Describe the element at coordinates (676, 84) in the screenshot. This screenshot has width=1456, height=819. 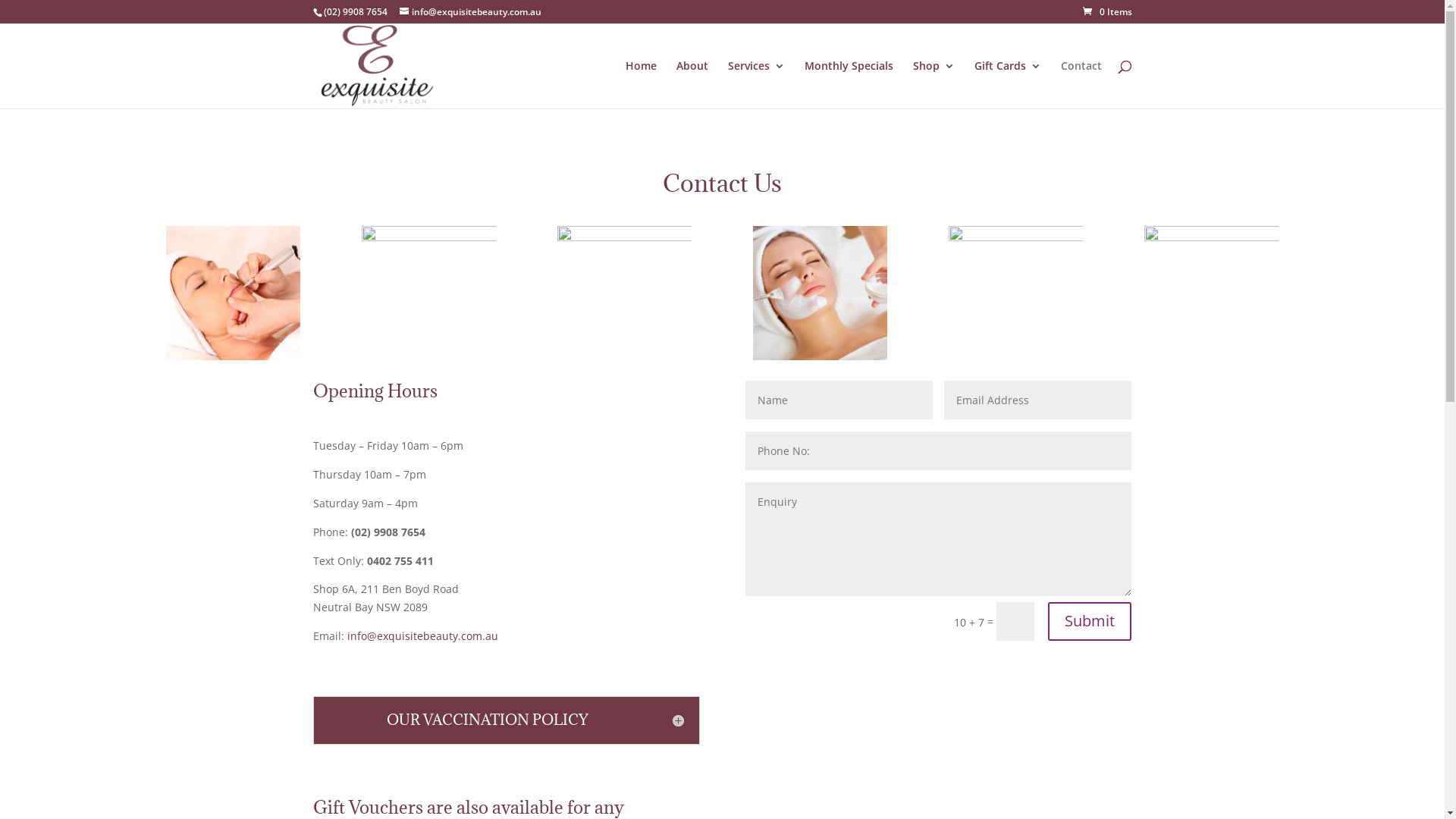
I see `'About'` at that location.